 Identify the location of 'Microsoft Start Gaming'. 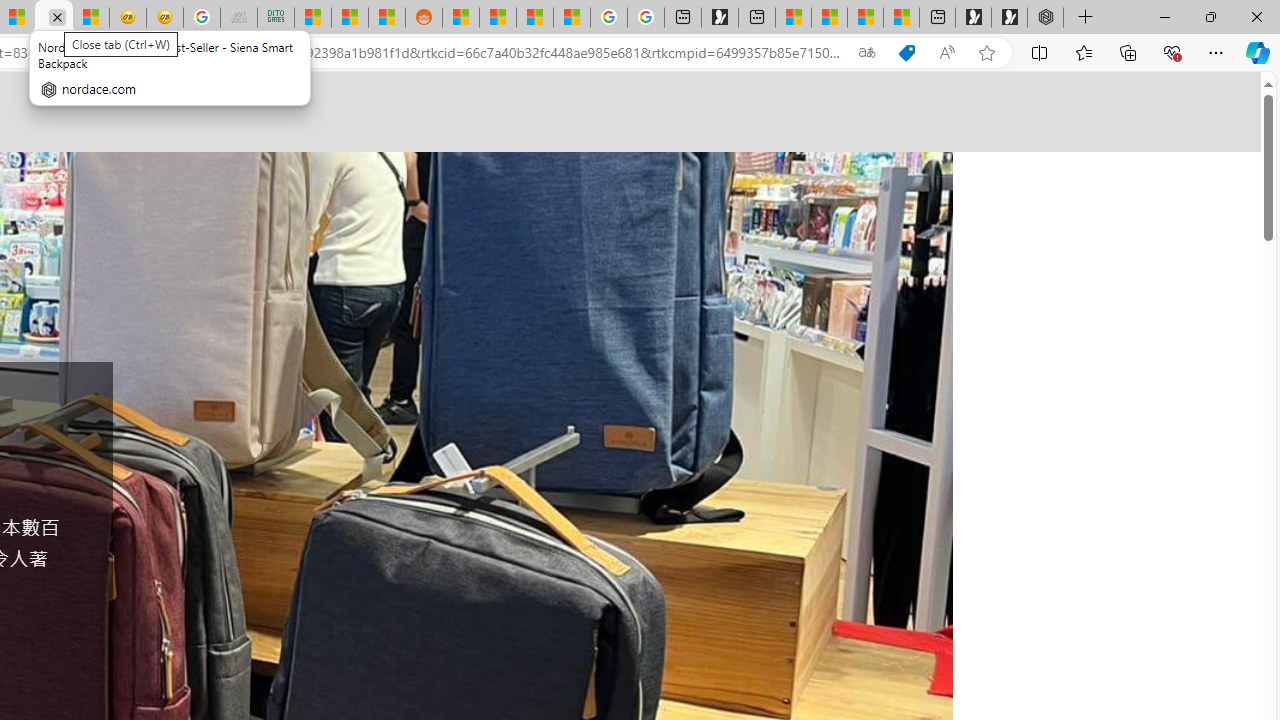
(720, 17).